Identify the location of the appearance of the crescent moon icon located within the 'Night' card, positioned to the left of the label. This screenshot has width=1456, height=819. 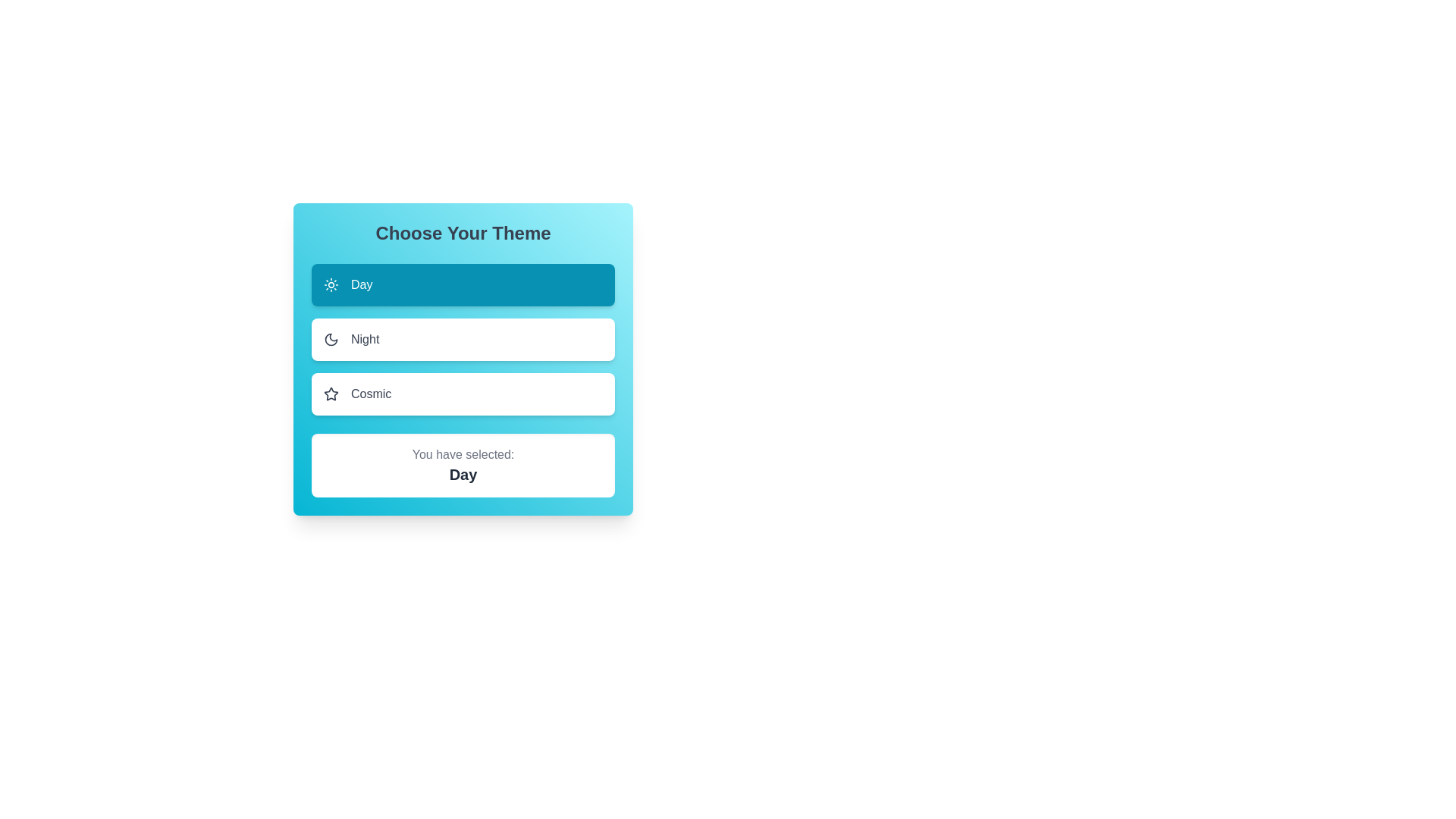
(330, 338).